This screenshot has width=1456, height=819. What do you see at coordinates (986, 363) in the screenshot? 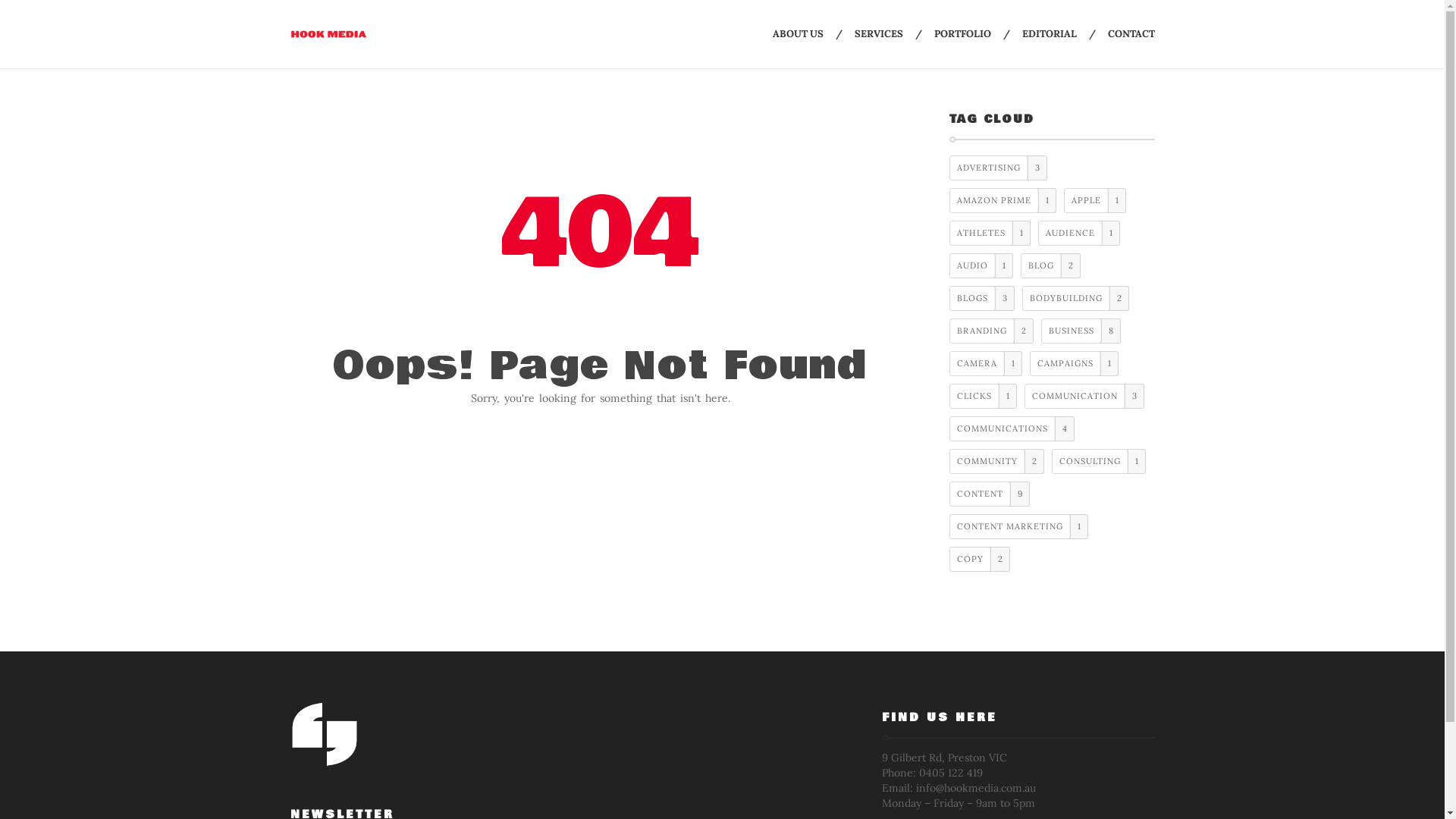
I see `'CAMERA1'` at bounding box center [986, 363].